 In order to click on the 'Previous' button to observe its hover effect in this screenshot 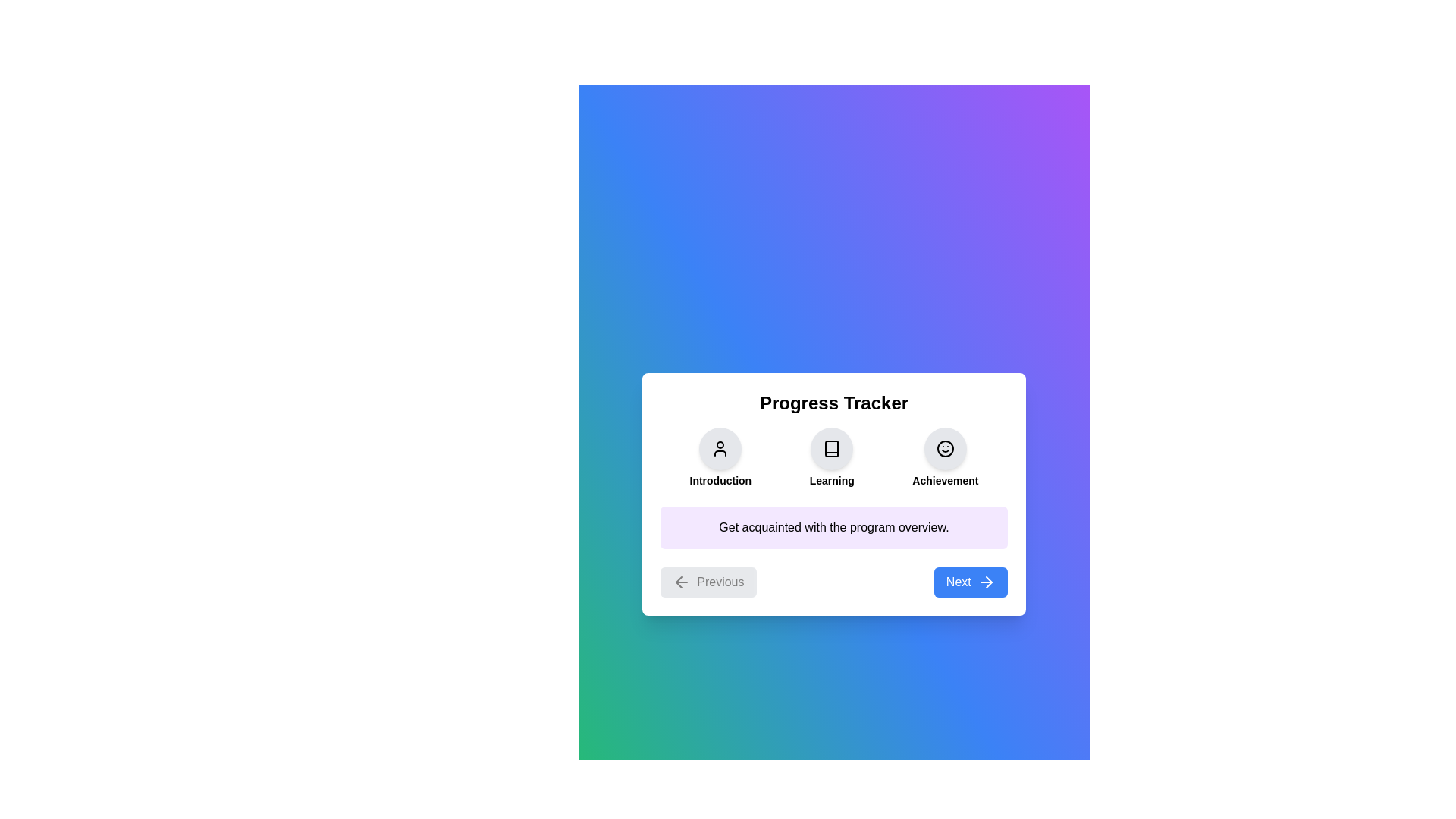, I will do `click(708, 581)`.